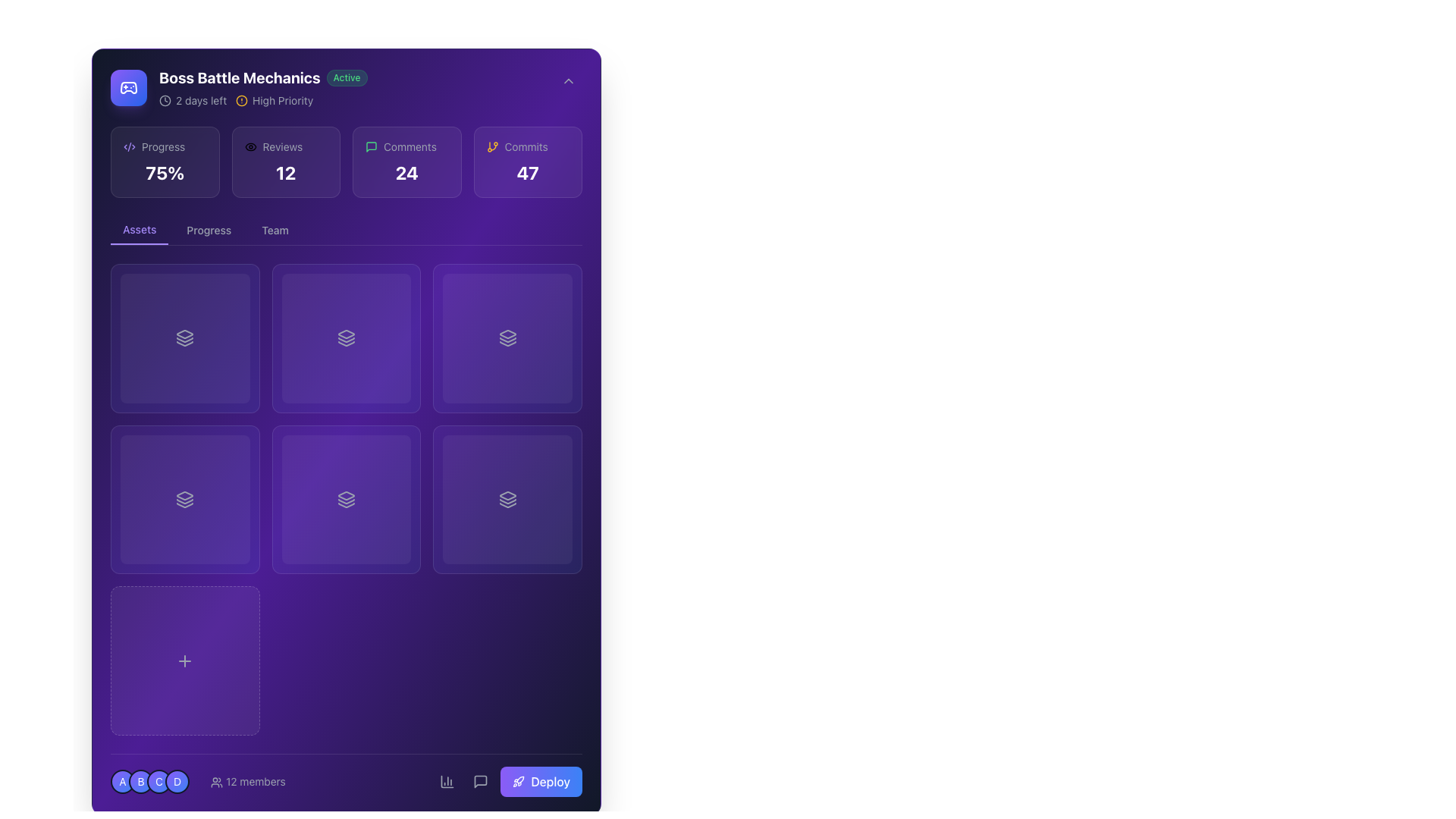 This screenshot has width=1456, height=819. I want to click on the 'Progress' text label, which is a small, gray font label located near the upper left of the interface, to check for additional info if interactivity is supported, so click(163, 146).